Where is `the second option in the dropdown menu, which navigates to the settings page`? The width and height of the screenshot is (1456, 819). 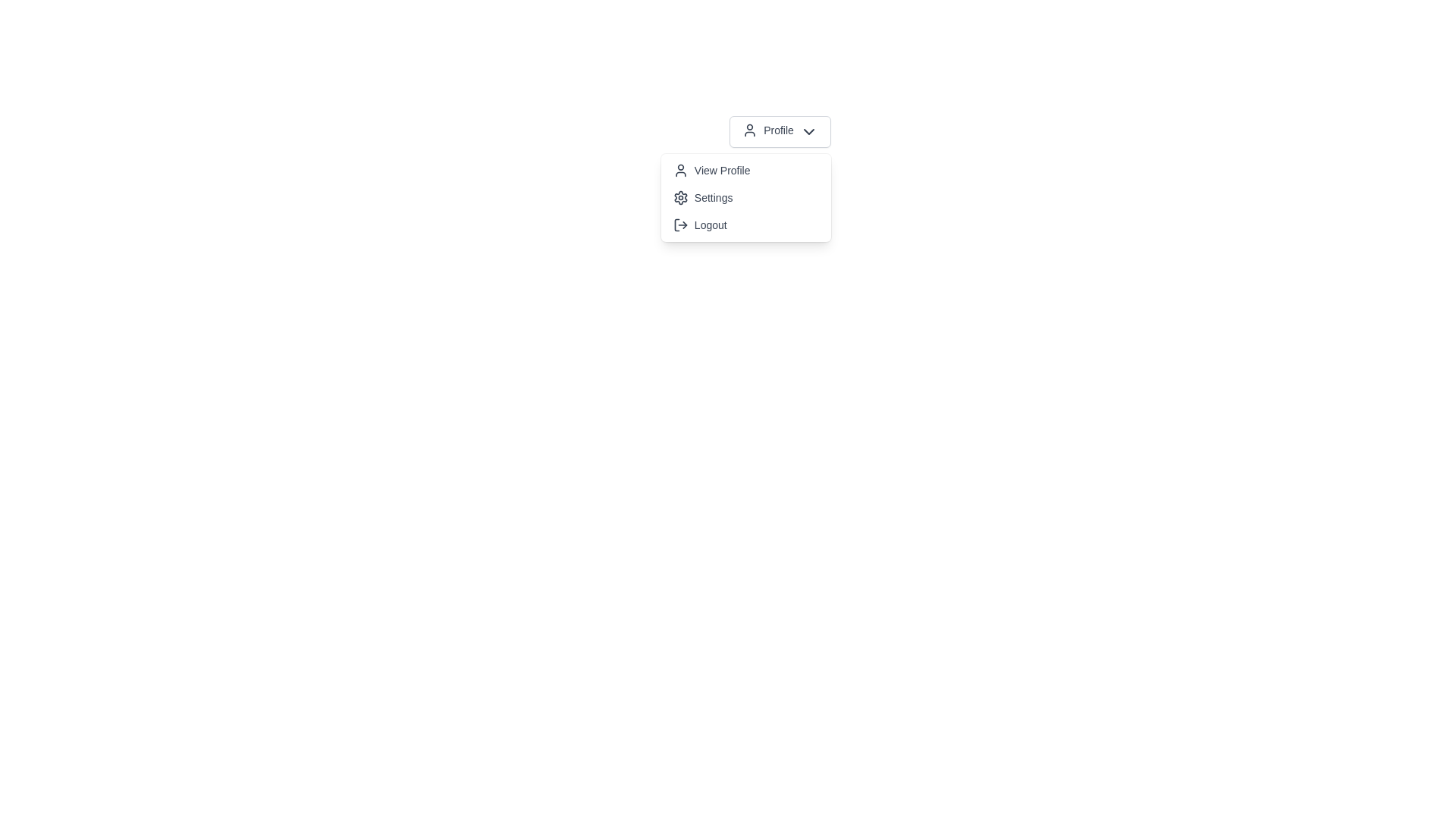
the second option in the dropdown menu, which navigates to the settings page is located at coordinates (745, 197).